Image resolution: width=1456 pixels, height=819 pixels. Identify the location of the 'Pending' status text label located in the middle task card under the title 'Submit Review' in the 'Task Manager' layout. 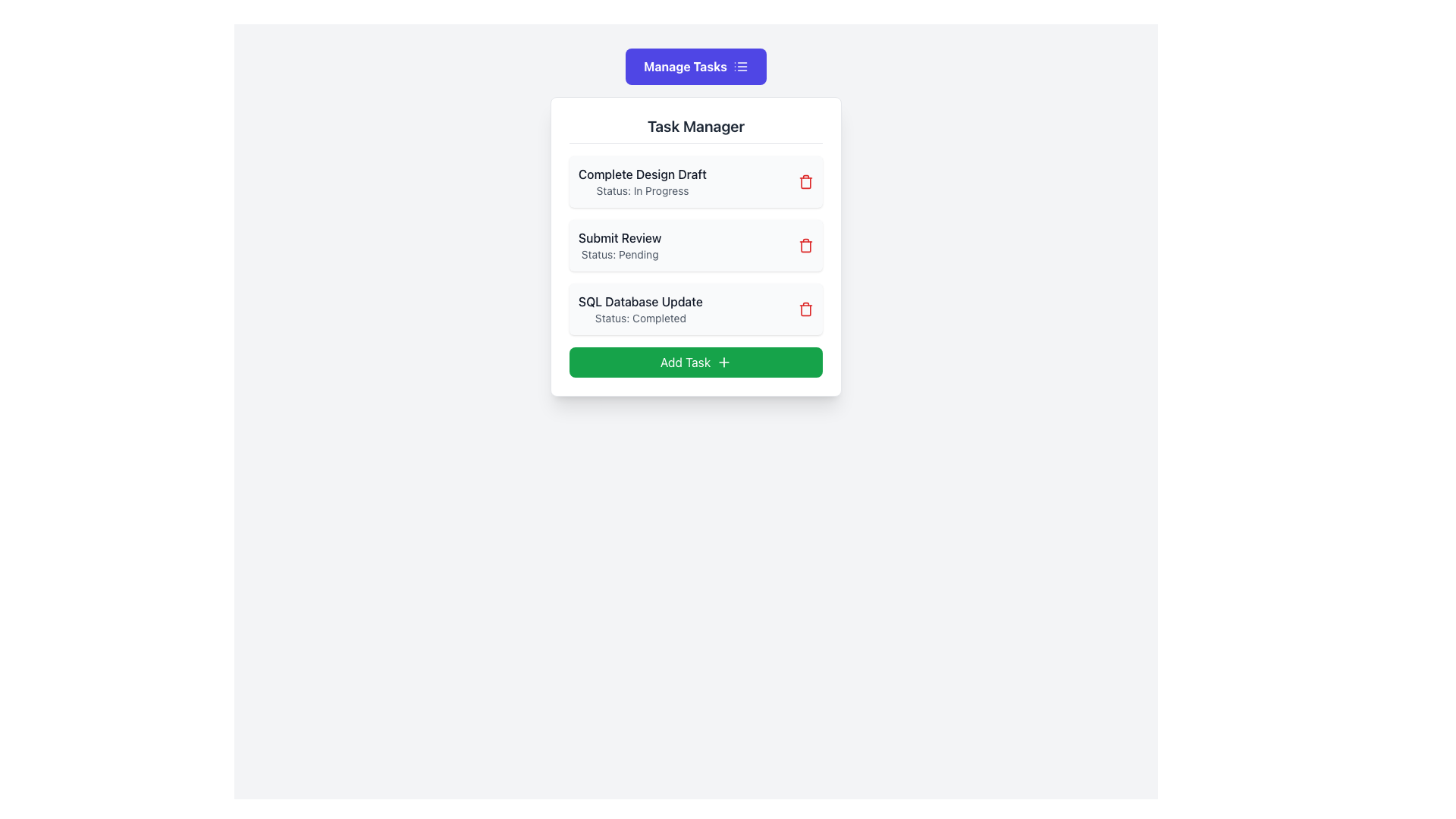
(620, 253).